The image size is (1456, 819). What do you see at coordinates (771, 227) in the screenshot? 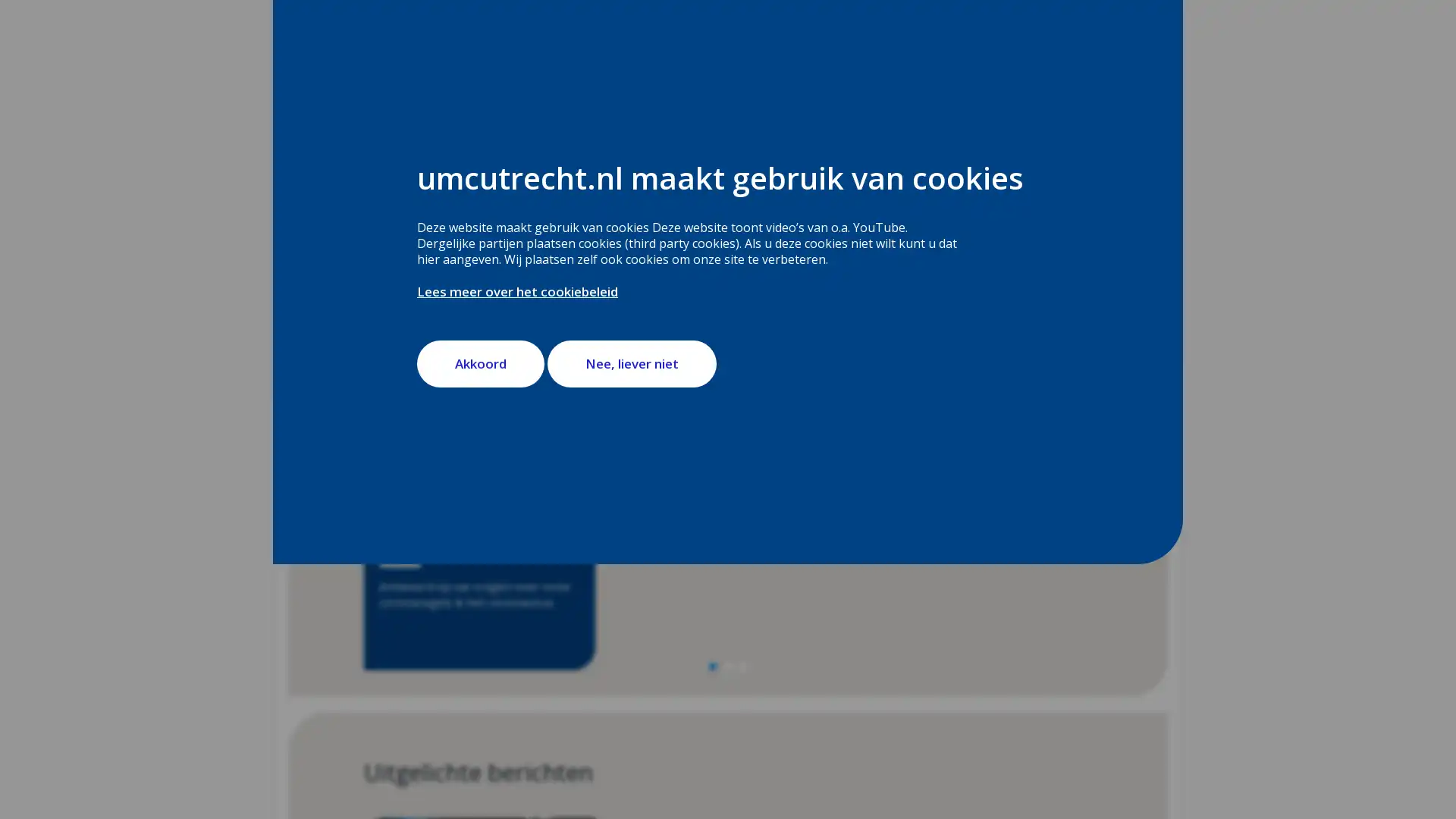
I see `Zoeken` at bounding box center [771, 227].